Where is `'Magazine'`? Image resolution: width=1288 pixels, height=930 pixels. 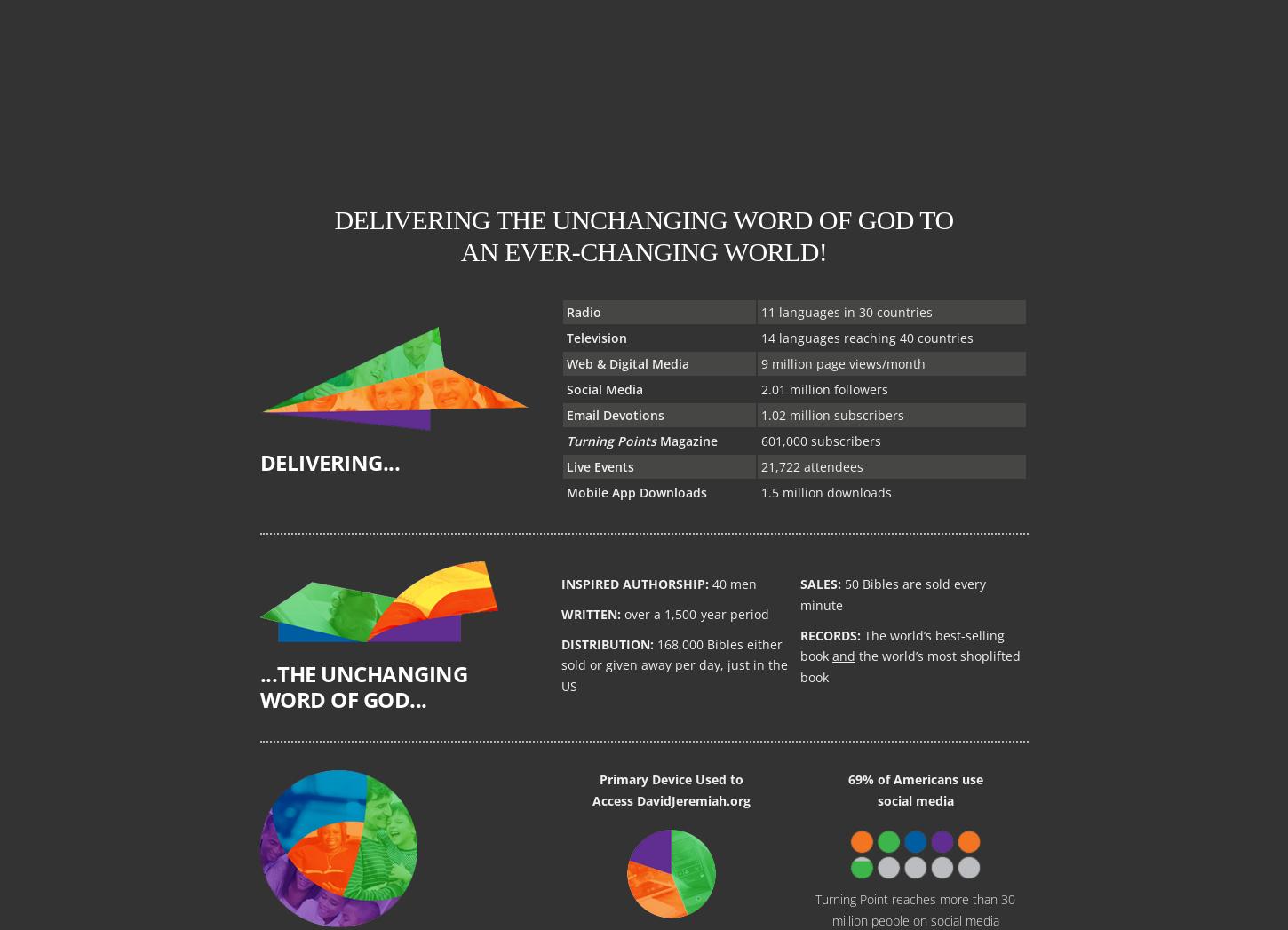
'Magazine' is located at coordinates (686, 439).